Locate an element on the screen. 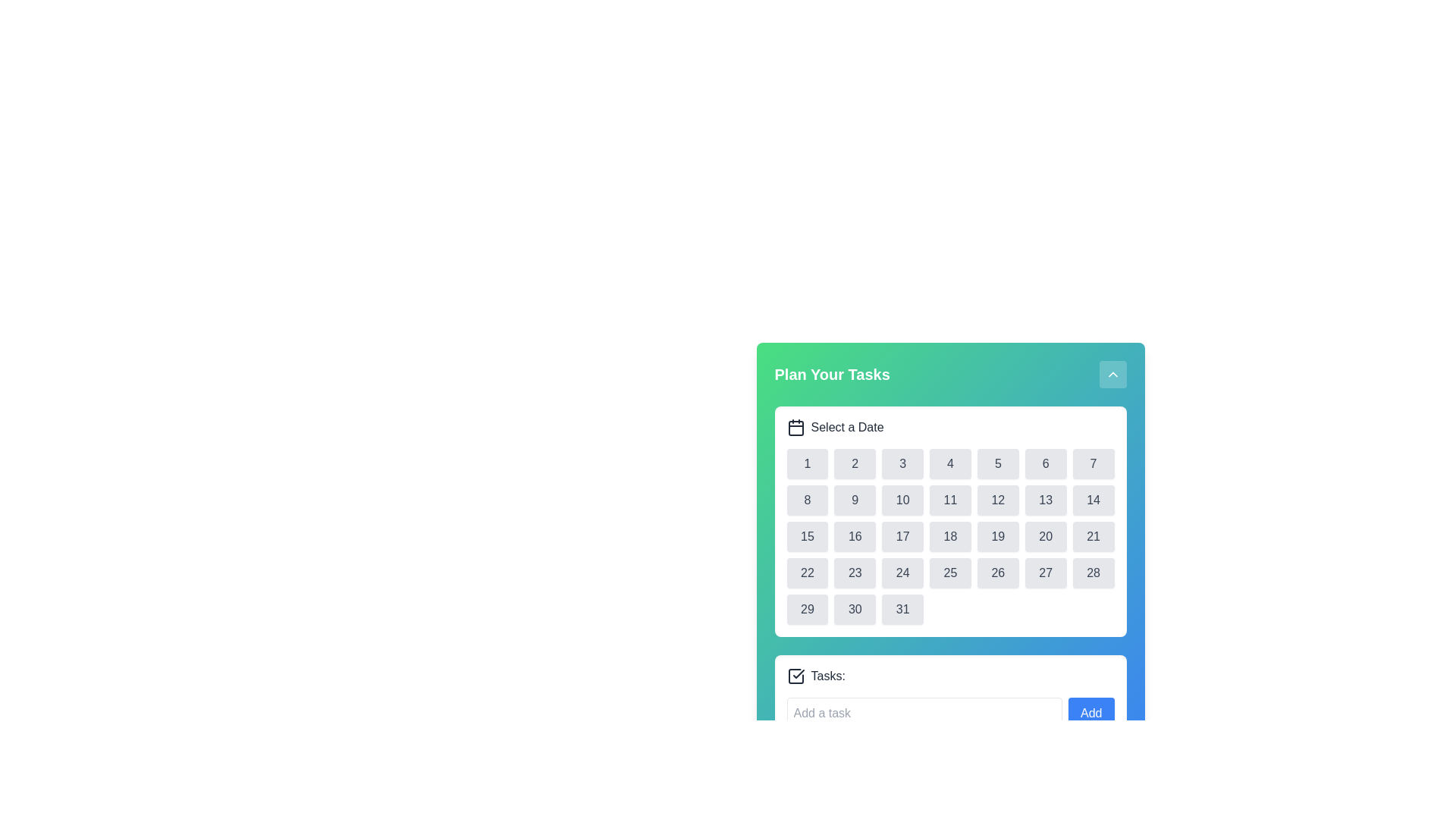 This screenshot has height=819, width=1456. the button in the sixth column of the fourth row of the calendar component, which displays the number '26' in dark gray on a light gray background is located at coordinates (998, 573).